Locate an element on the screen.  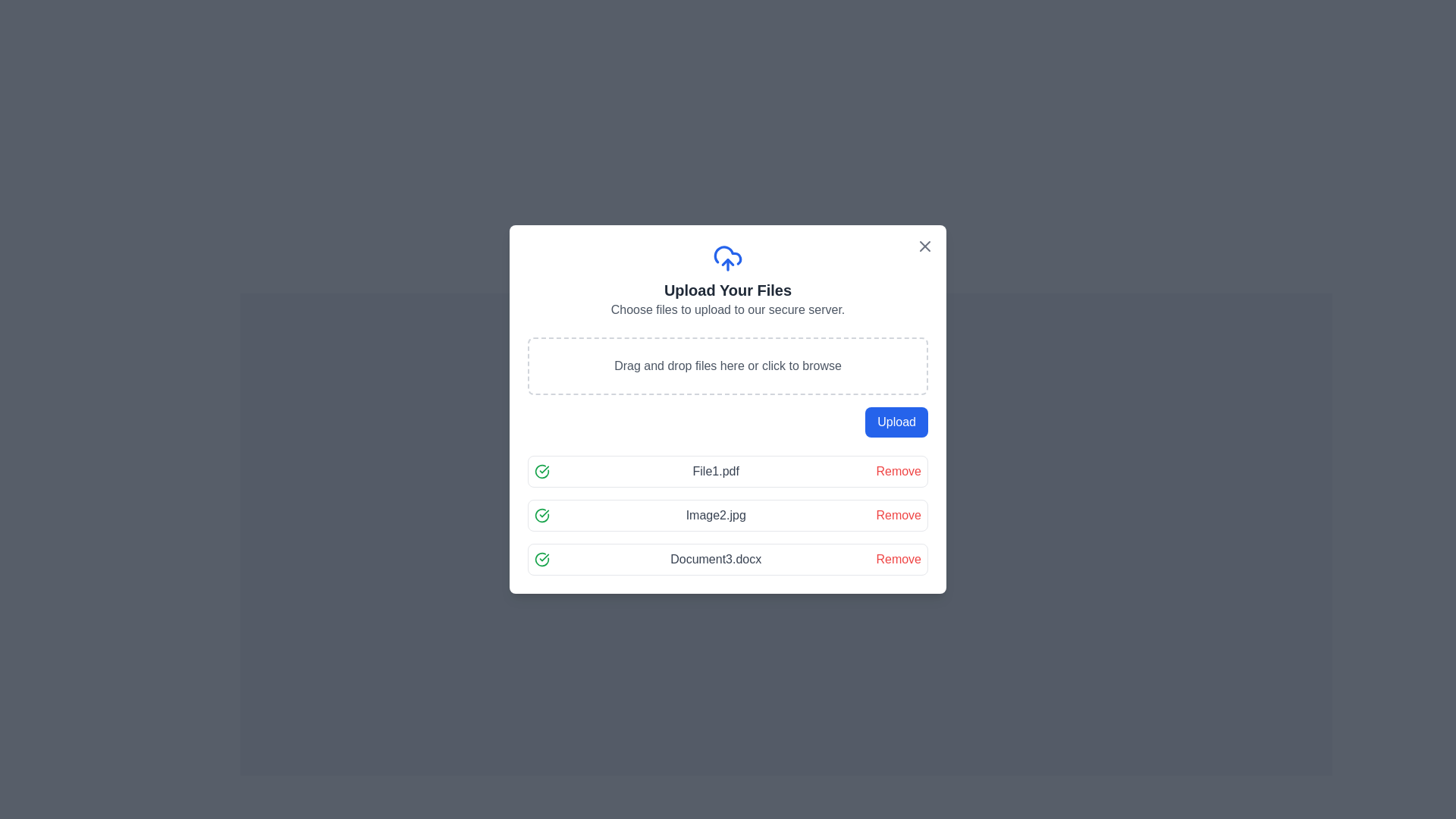
the drag-and-drop file upload area that is styled with a dashed border and contains the text 'Drag and drop files here or click to browse', located in the center of the modal below the heading 'Upload Your Files' is located at coordinates (728, 366).